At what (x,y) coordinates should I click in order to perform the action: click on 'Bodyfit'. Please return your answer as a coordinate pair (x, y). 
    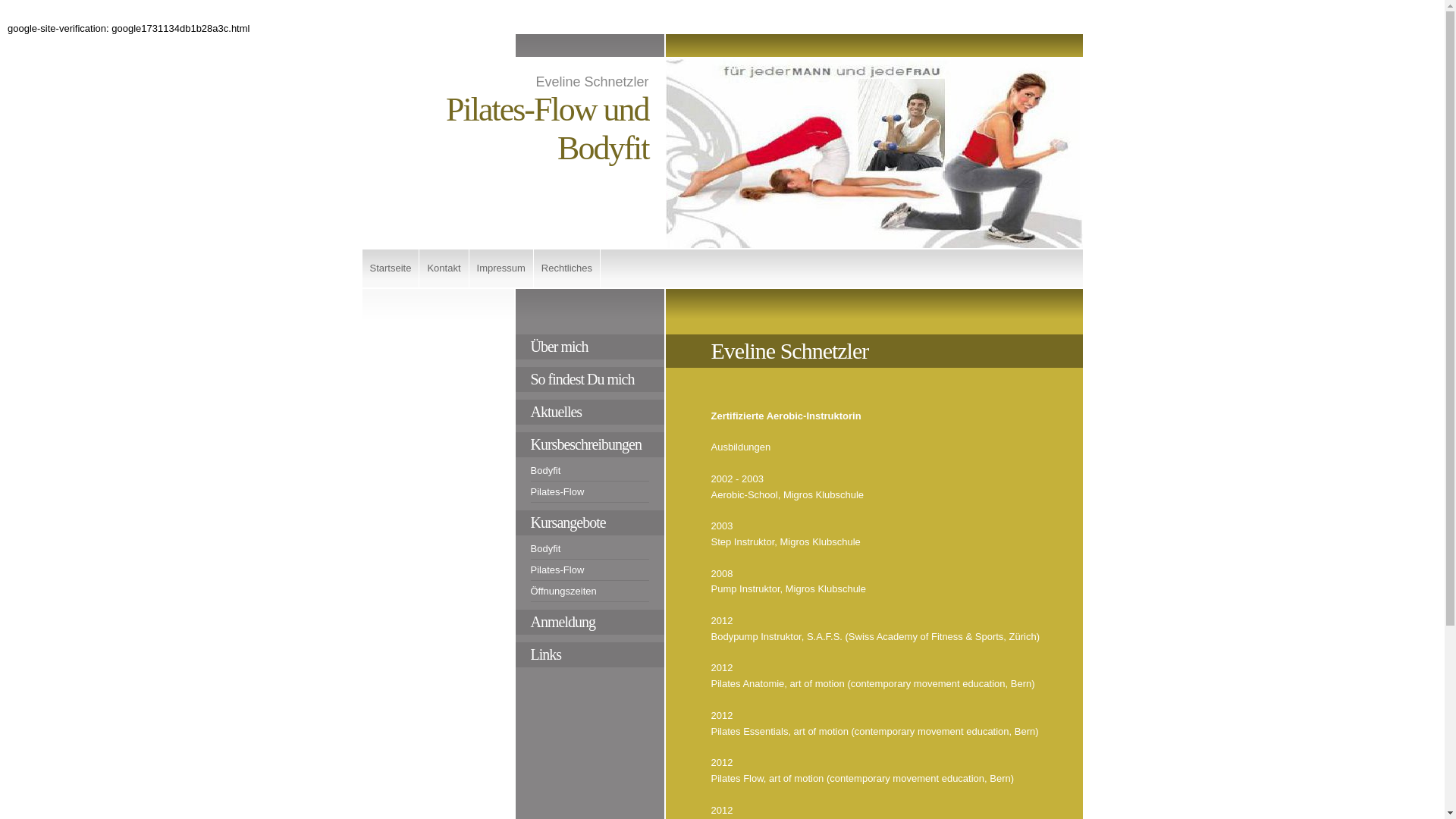
    Looking at the image, I should click on (588, 551).